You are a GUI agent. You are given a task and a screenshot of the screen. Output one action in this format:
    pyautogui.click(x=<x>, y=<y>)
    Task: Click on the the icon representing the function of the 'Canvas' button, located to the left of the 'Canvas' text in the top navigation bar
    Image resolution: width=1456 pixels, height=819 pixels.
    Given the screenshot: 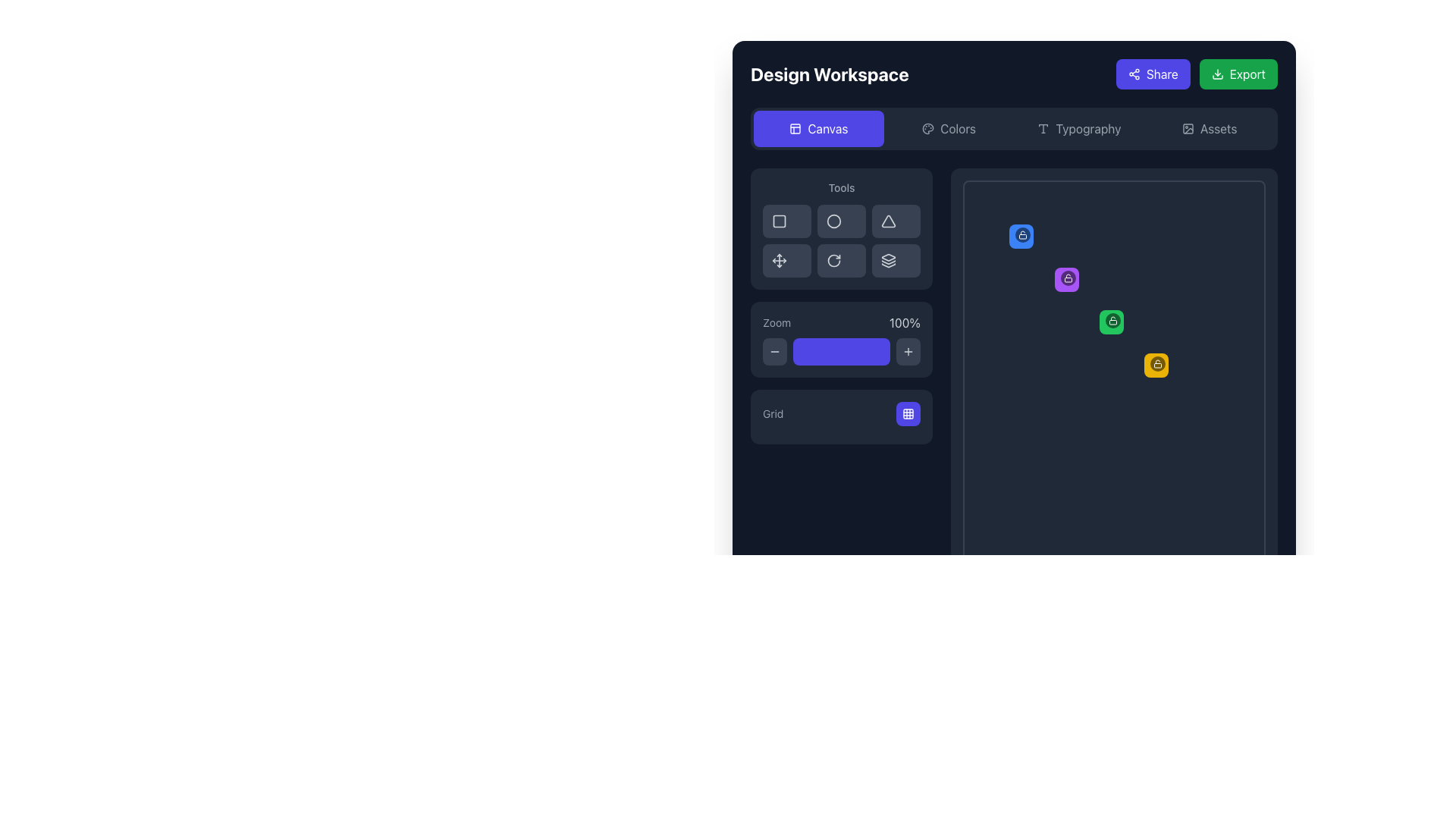 What is the action you would take?
    pyautogui.click(x=795, y=127)
    